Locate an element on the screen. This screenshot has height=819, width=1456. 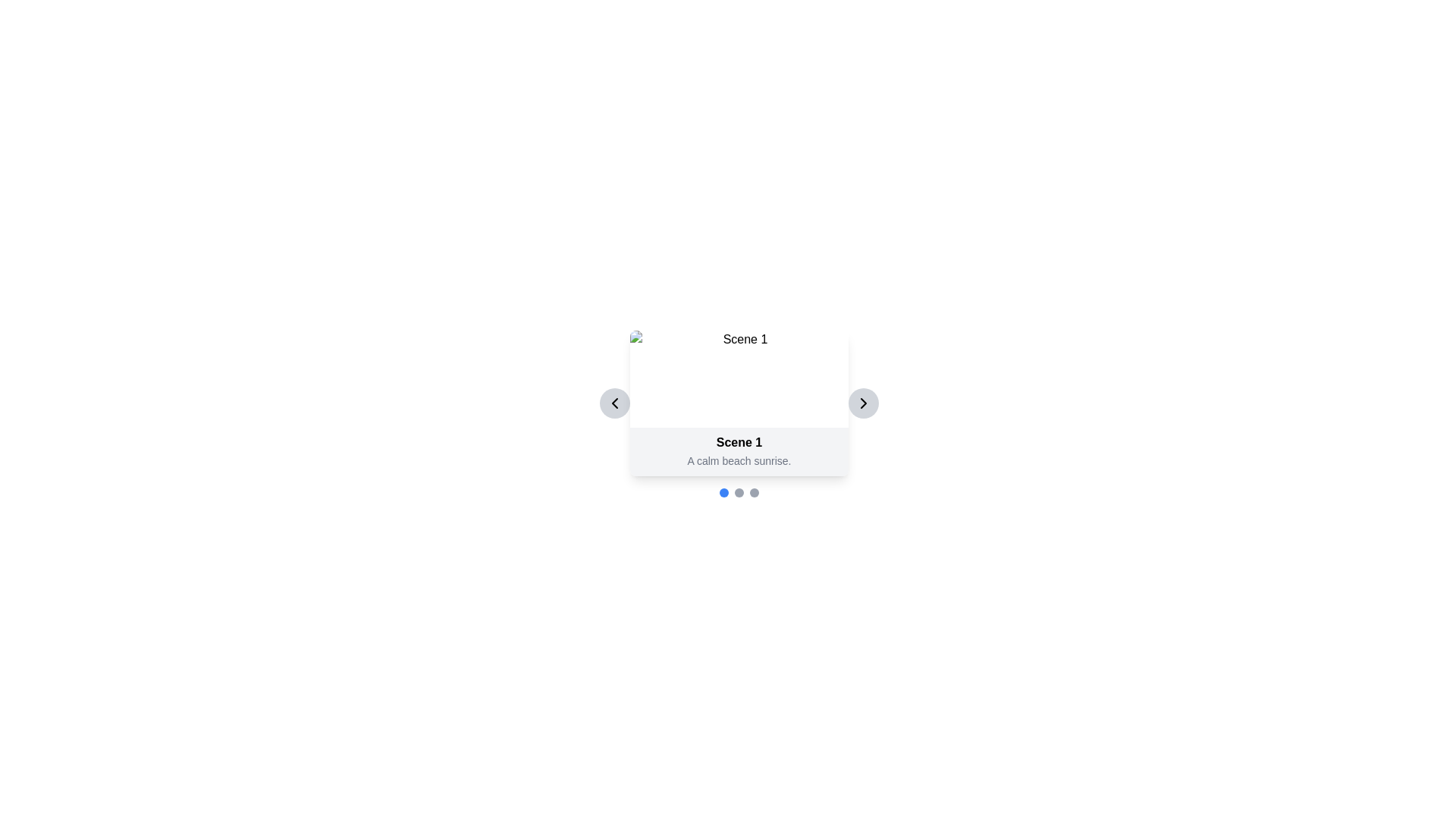
the rightward-pointing chevron icon located within the circular button is located at coordinates (863, 403).